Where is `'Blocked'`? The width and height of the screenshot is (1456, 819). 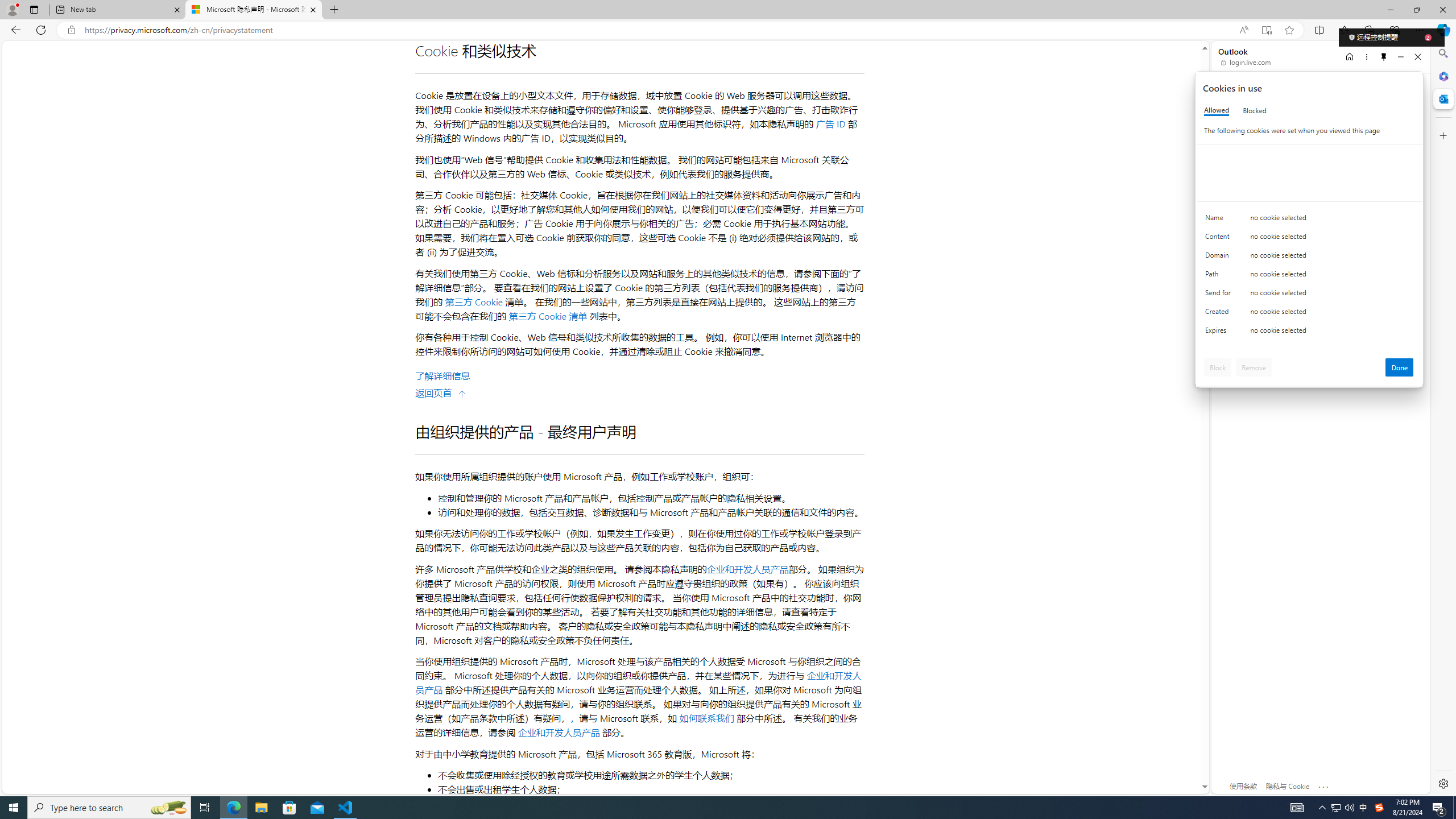
'Blocked' is located at coordinates (1254, 110).